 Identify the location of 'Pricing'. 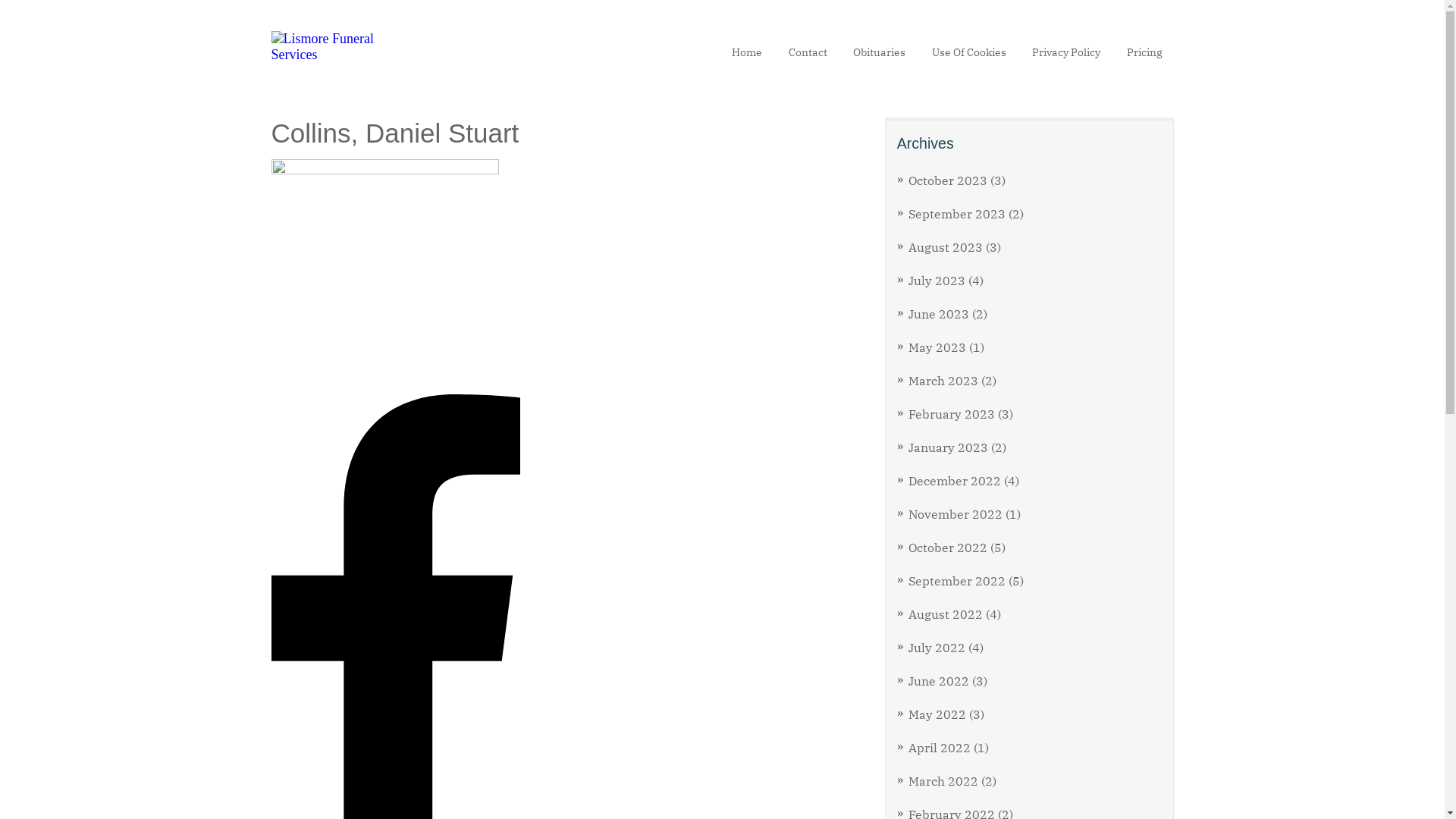
(1144, 52).